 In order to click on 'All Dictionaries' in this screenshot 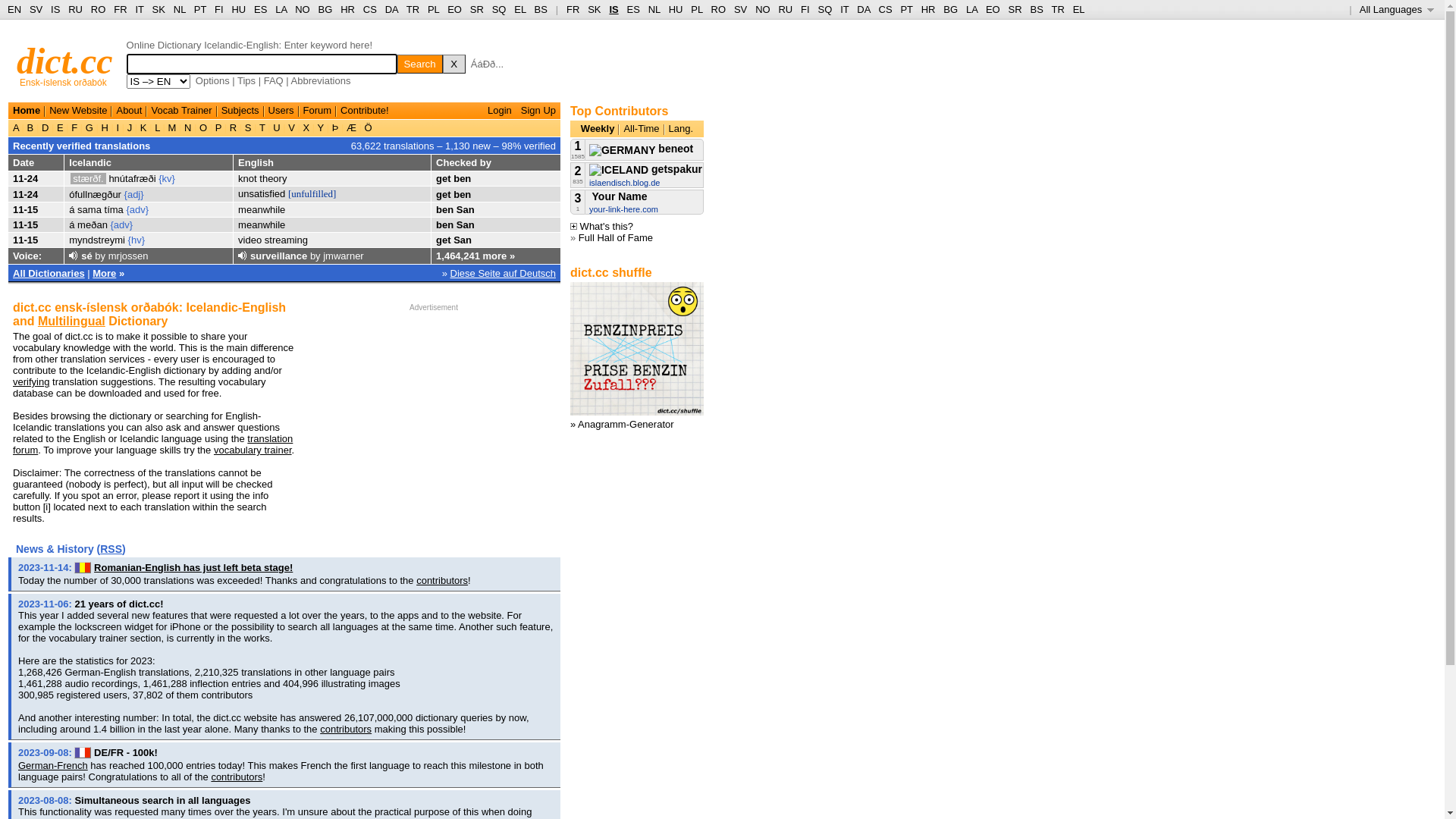, I will do `click(49, 271)`.